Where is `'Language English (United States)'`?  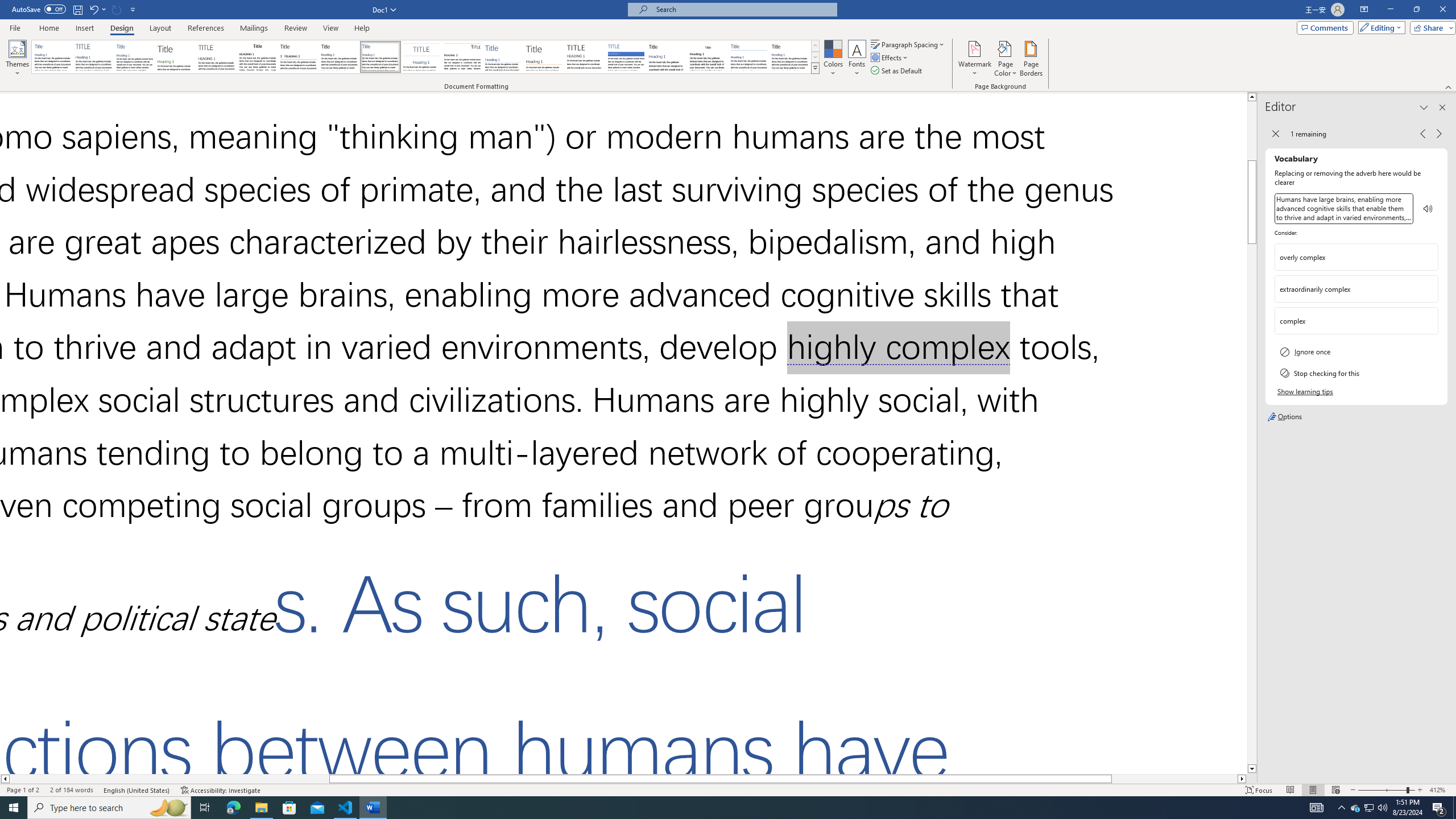
'Language English (United States)' is located at coordinates (136, 790).